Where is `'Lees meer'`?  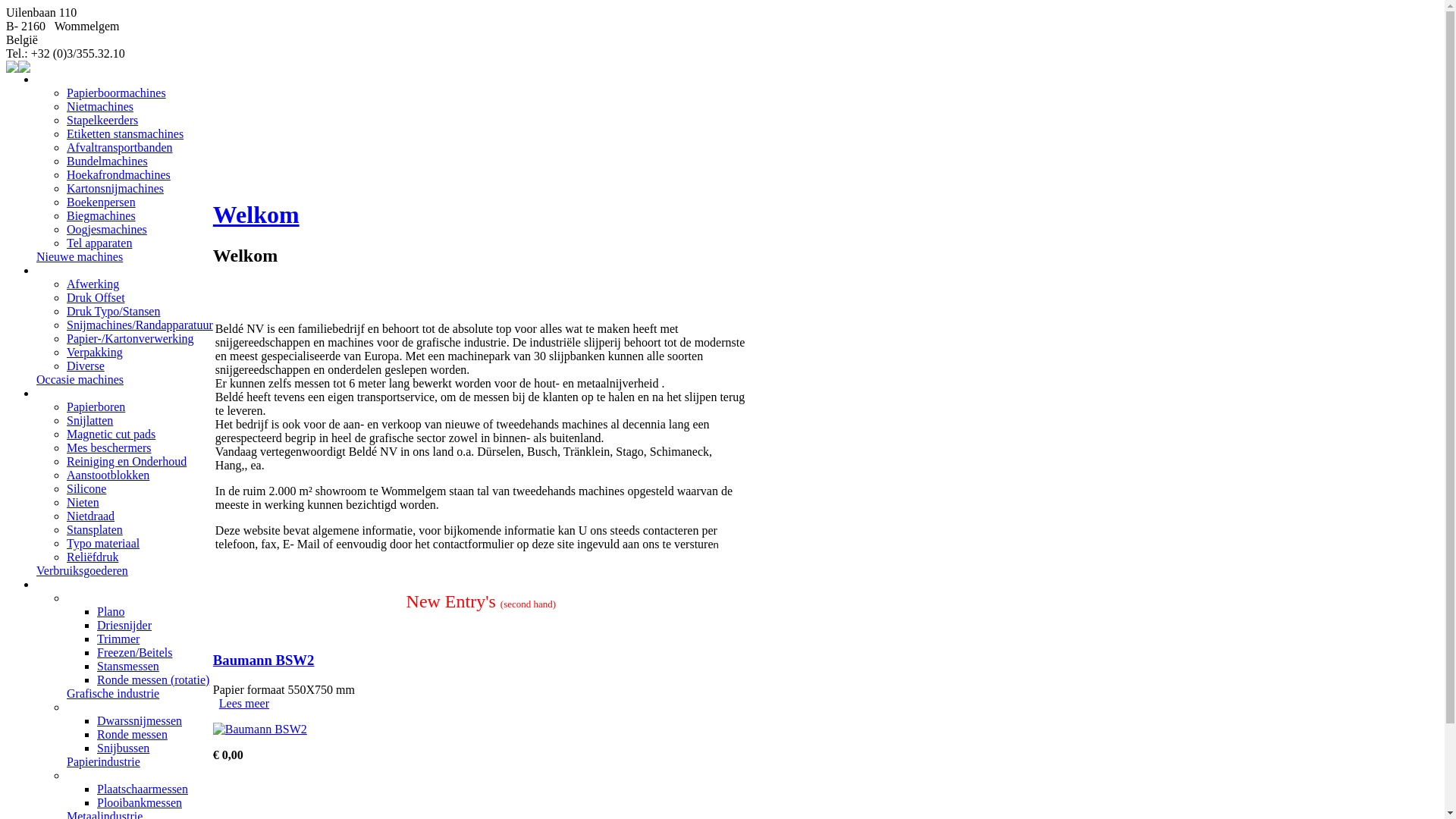
'Lees meer' is located at coordinates (243, 703).